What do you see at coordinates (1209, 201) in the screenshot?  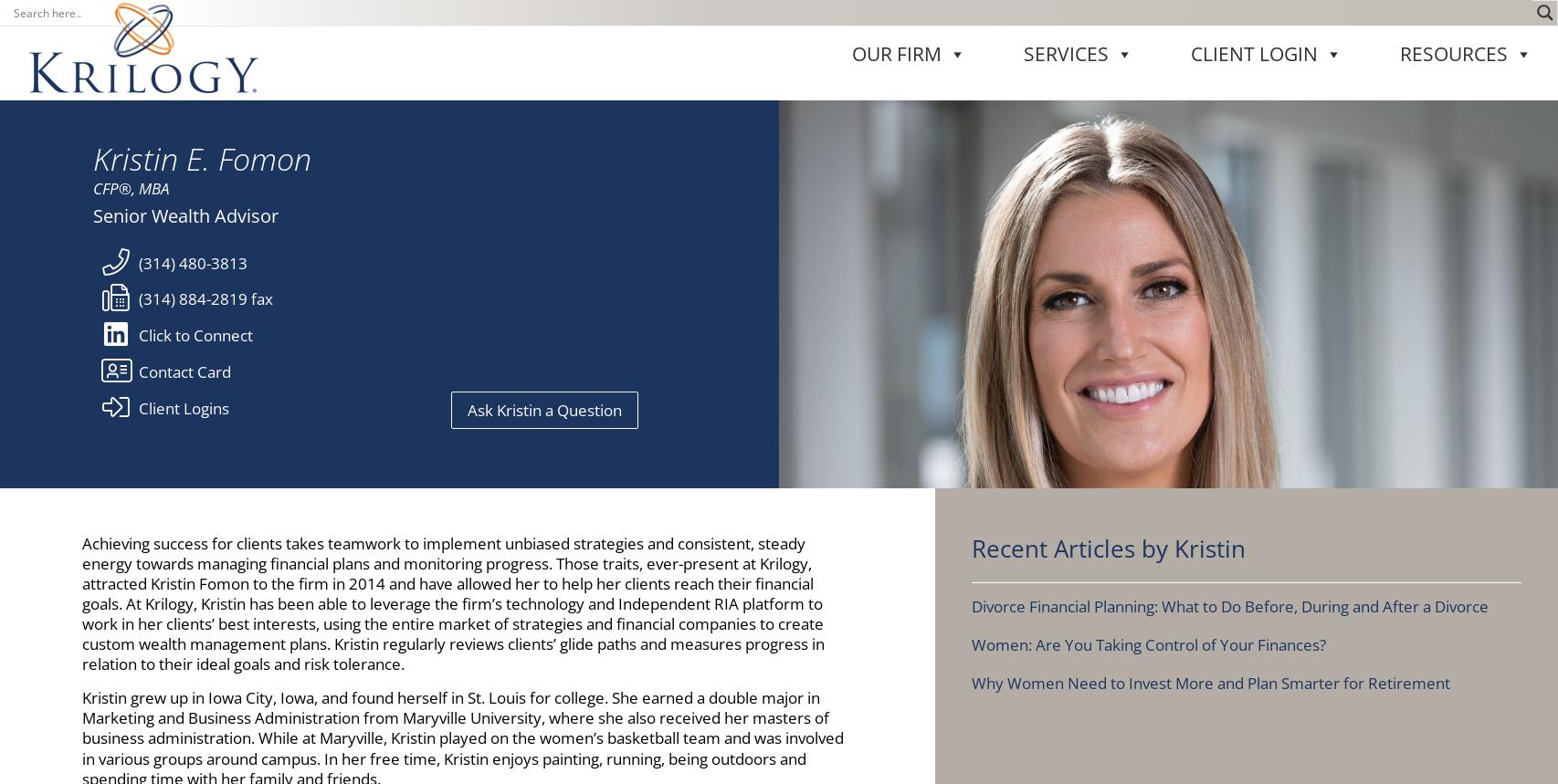 I see `'Why Women Need to Invest More and Plan Smarter for Retirement'` at bounding box center [1209, 201].